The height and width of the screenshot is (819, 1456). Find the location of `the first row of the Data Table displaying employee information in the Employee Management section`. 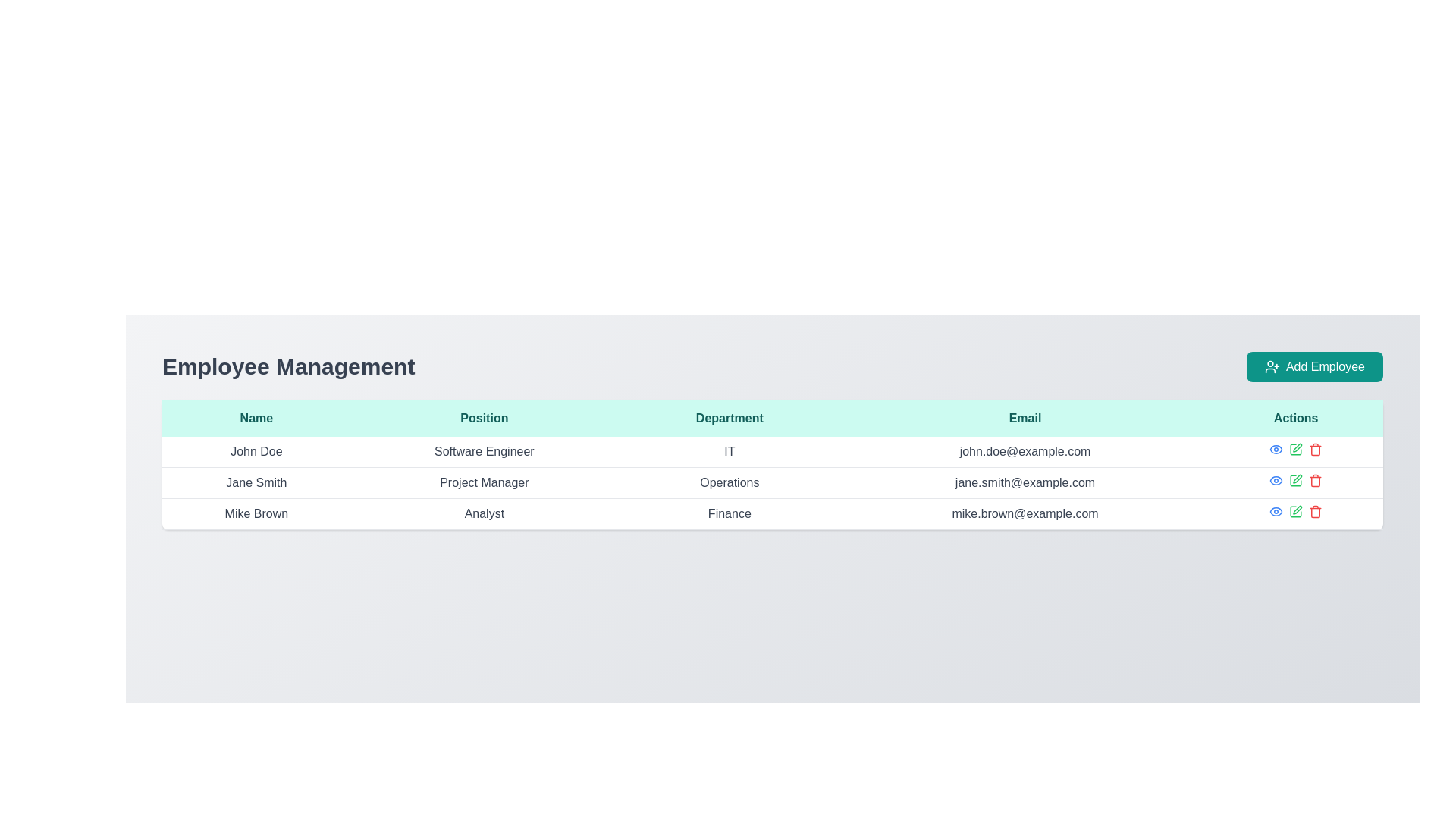

the first row of the Data Table displaying employee information in the Employee Management section is located at coordinates (772, 451).